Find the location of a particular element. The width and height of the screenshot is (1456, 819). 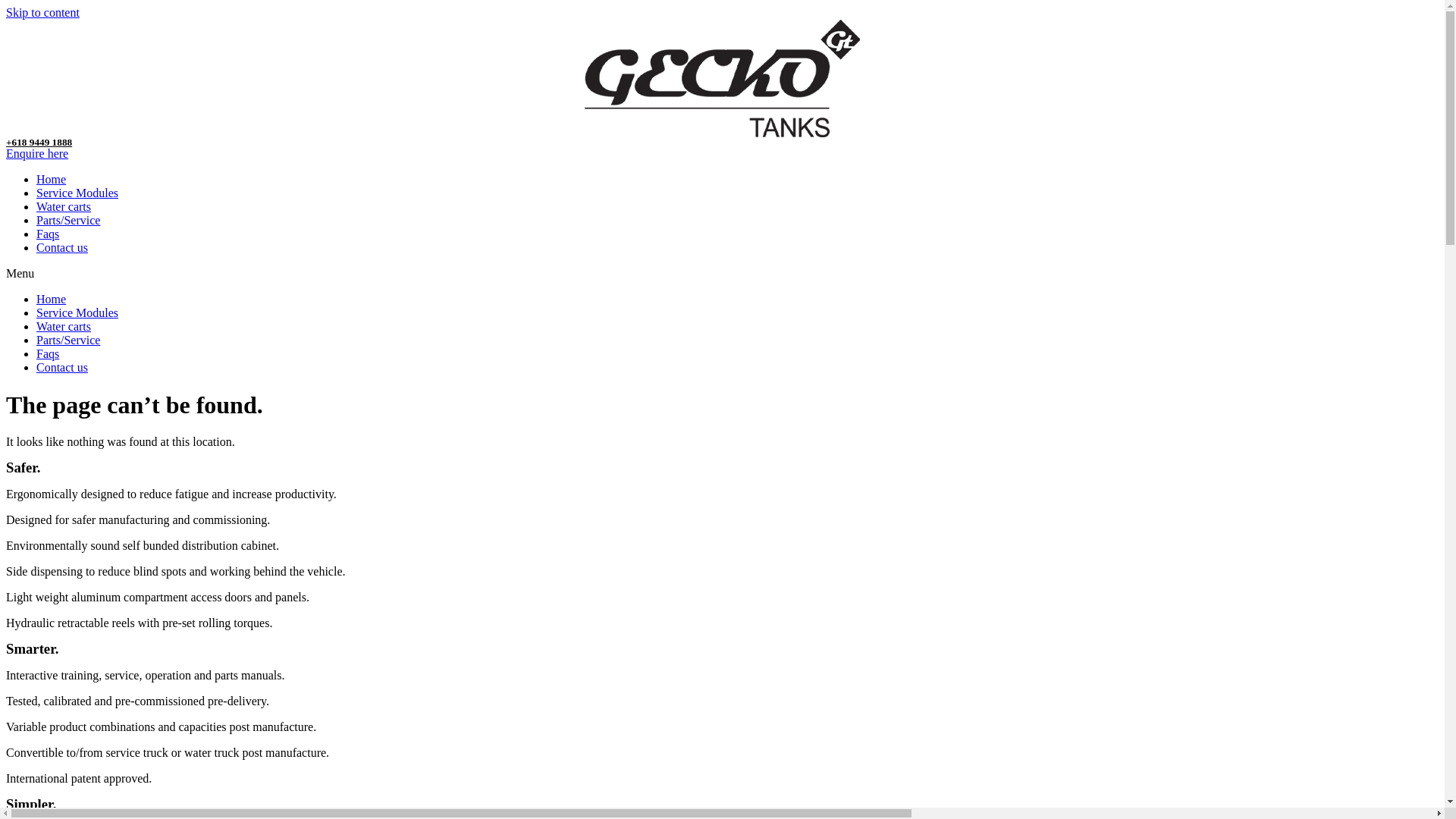

'Contact us' is located at coordinates (61, 367).